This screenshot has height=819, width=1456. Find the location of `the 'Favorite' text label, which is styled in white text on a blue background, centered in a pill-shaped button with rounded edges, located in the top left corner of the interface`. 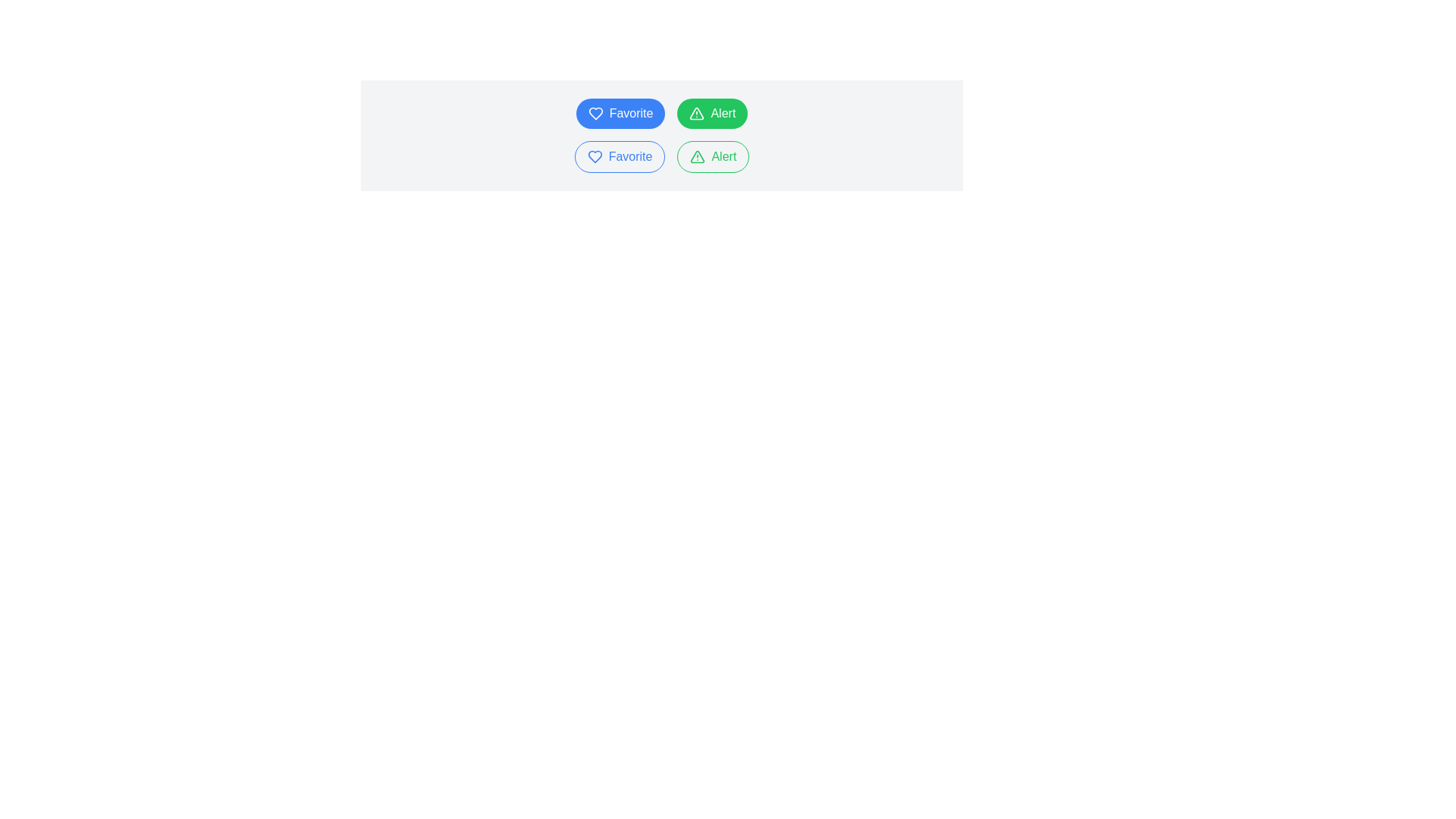

the 'Favorite' text label, which is styled in white text on a blue background, centered in a pill-shaped button with rounded edges, located in the top left corner of the interface is located at coordinates (631, 113).